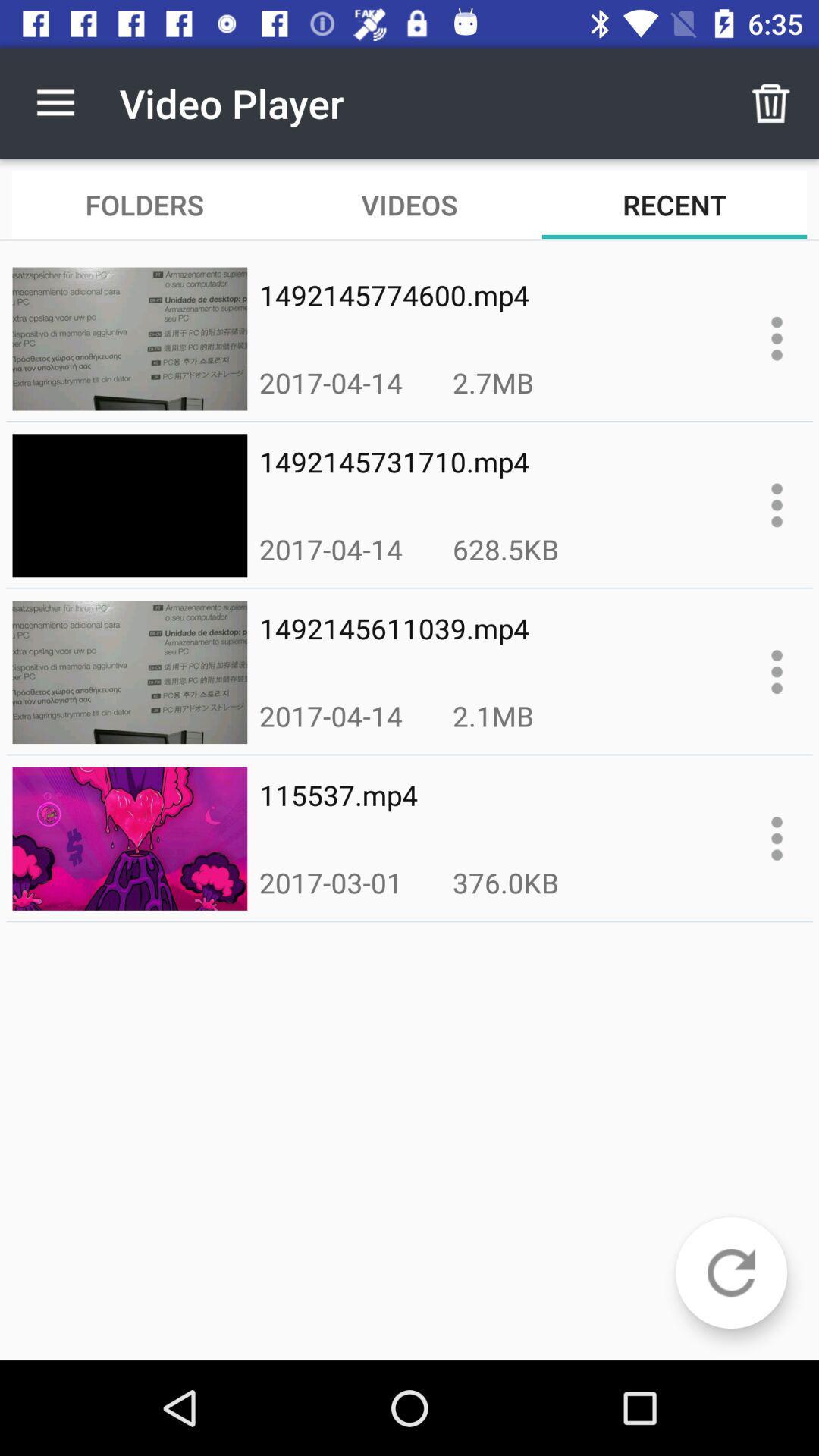  What do you see at coordinates (506, 548) in the screenshot?
I see `the item next to the 2017-04-14 item` at bounding box center [506, 548].